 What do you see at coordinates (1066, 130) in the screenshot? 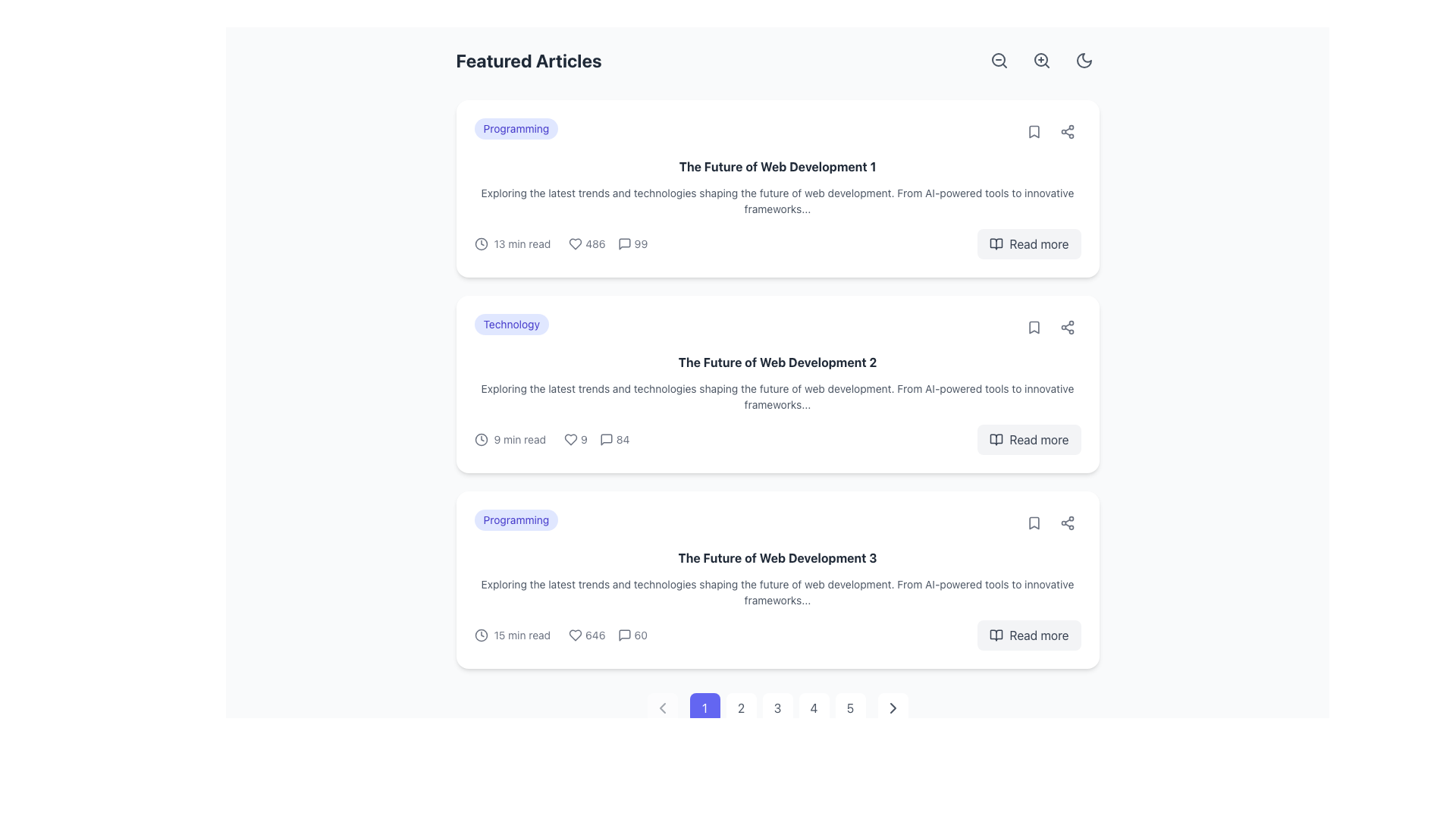
I see `the share icon button located in the top-right corner of the first article card under the 'Featured Articles' heading` at bounding box center [1066, 130].